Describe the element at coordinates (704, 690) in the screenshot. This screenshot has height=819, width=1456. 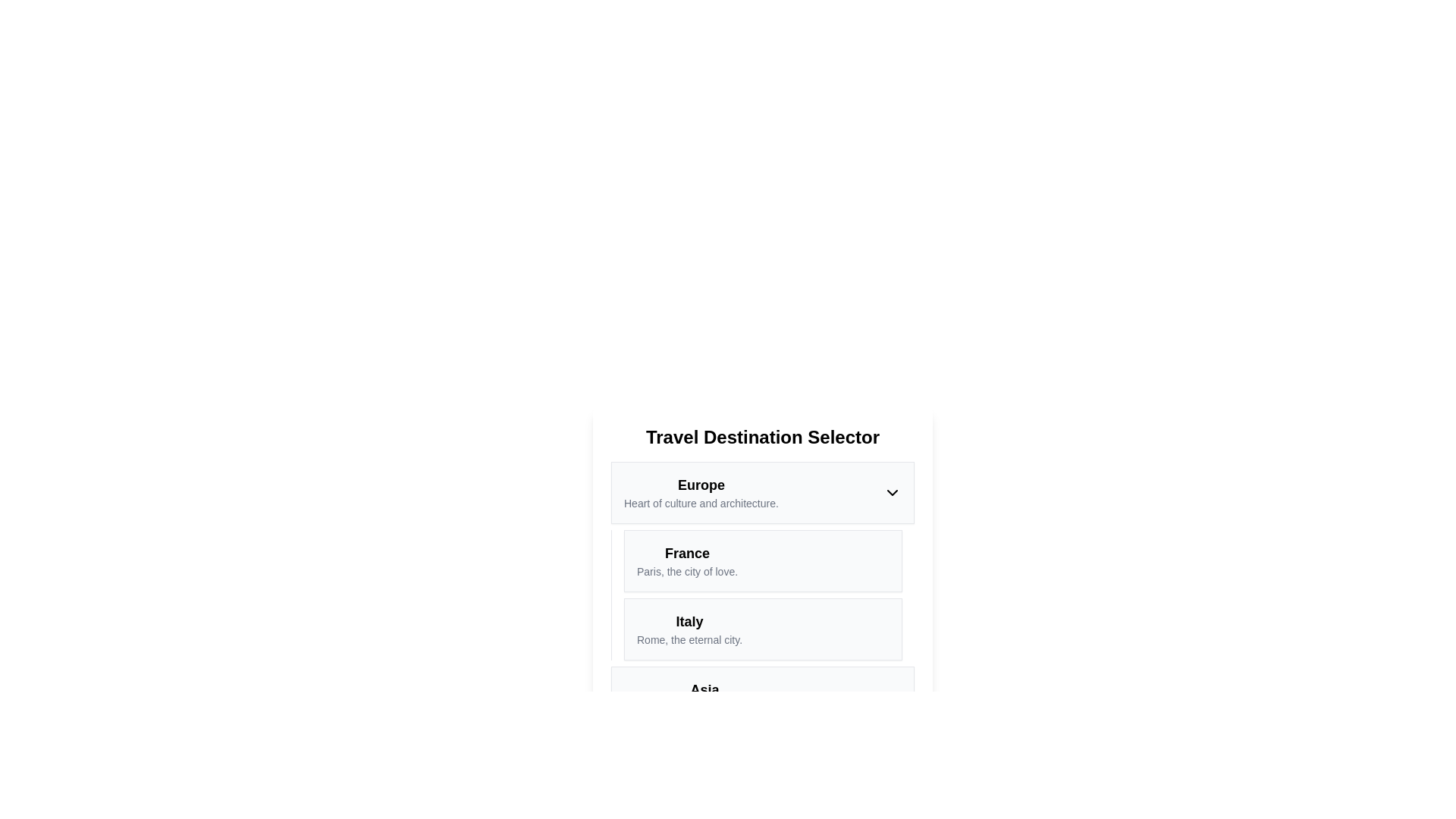
I see `the text label 'Asia', which is displayed in a bold and larger font as part of the 'Travel Destination Selector' interface, positioned below Europe, France, and Italy` at that location.